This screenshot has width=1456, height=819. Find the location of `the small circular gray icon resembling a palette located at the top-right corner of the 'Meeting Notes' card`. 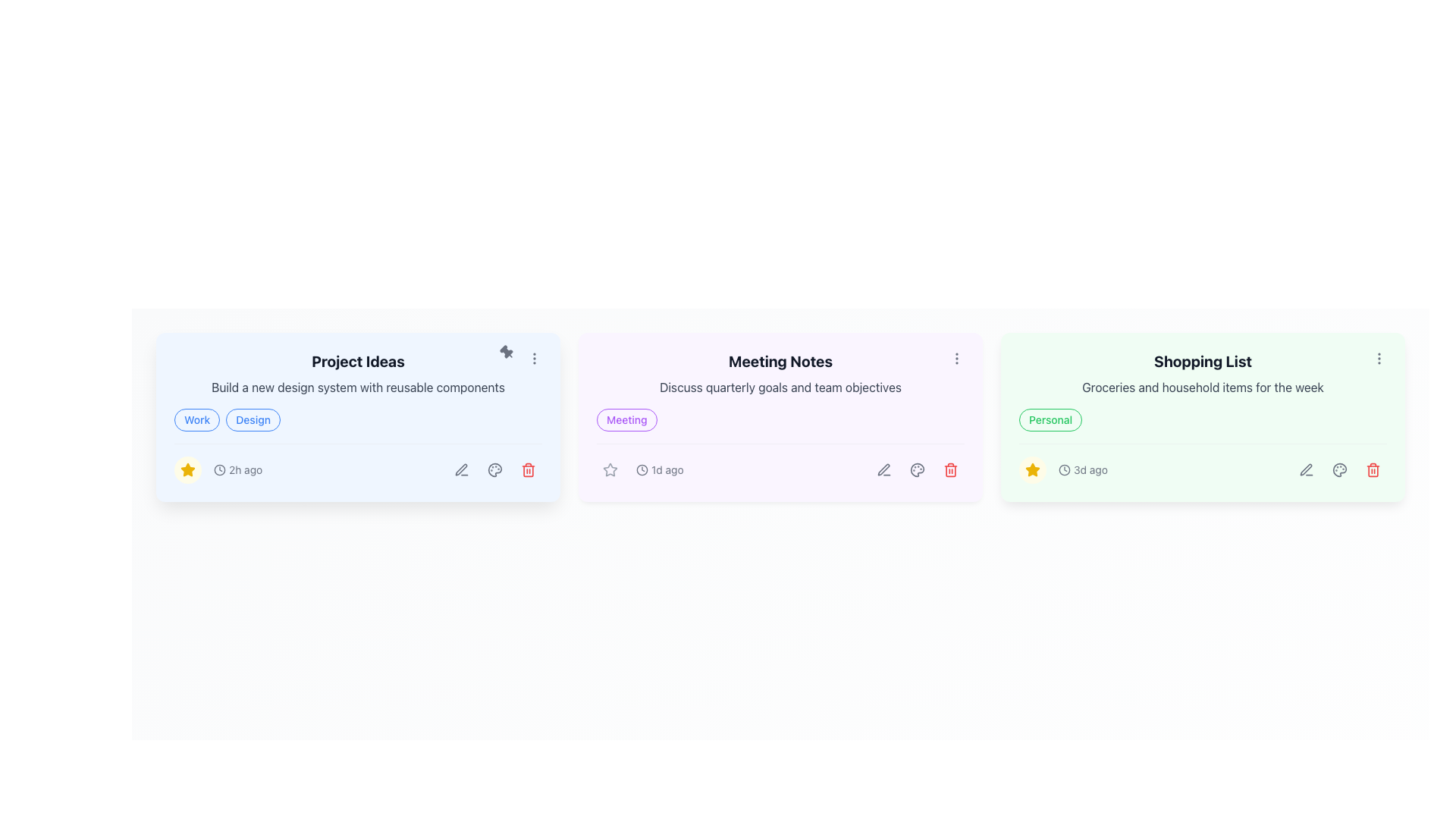

the small circular gray icon resembling a palette located at the top-right corner of the 'Meeting Notes' card is located at coordinates (916, 469).